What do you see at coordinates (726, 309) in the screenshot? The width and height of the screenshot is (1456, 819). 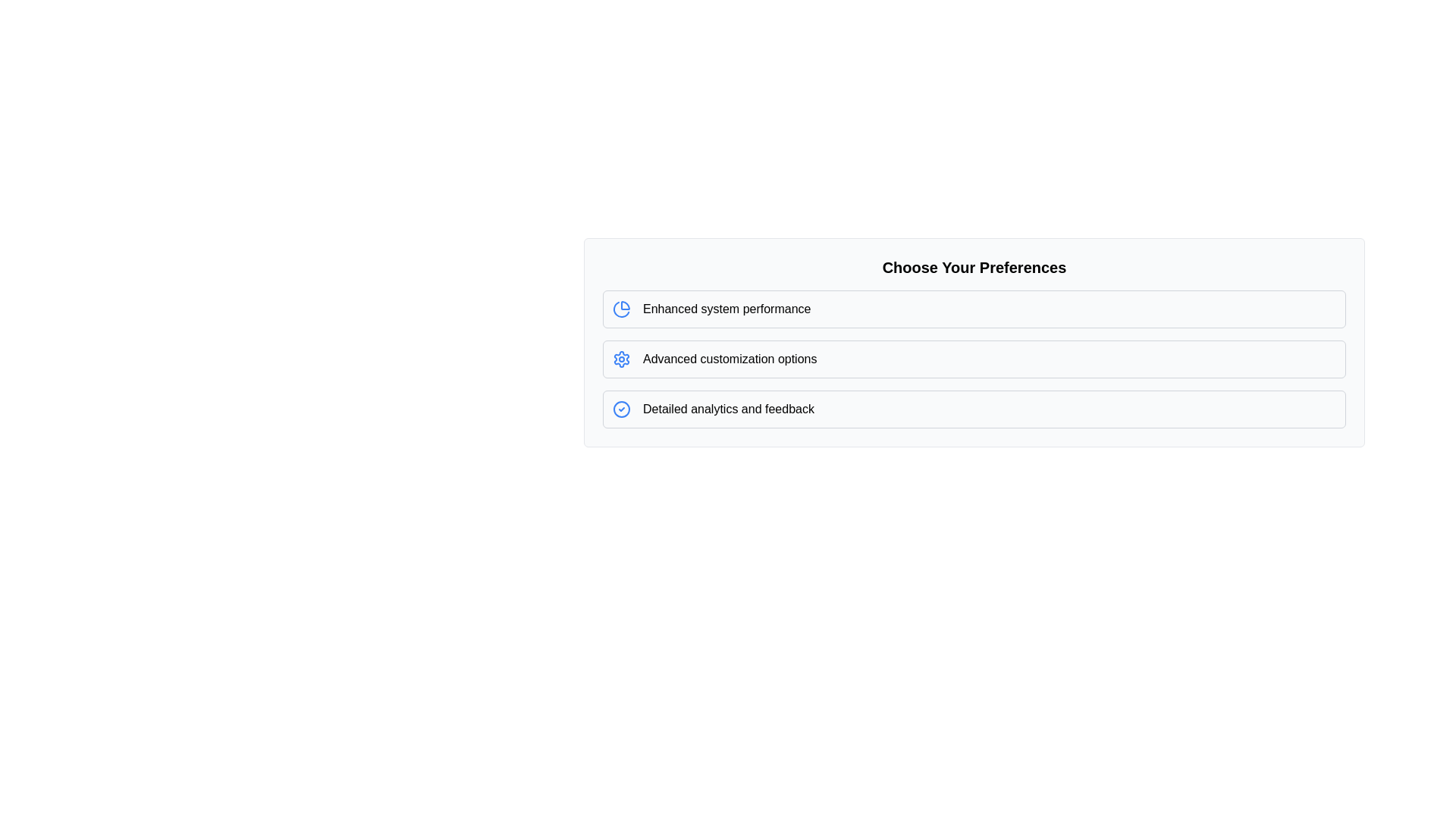 I see `the text label that reads 'Enhanced system performance' located in the first row of the 'Choose Your Preferences' section` at bounding box center [726, 309].